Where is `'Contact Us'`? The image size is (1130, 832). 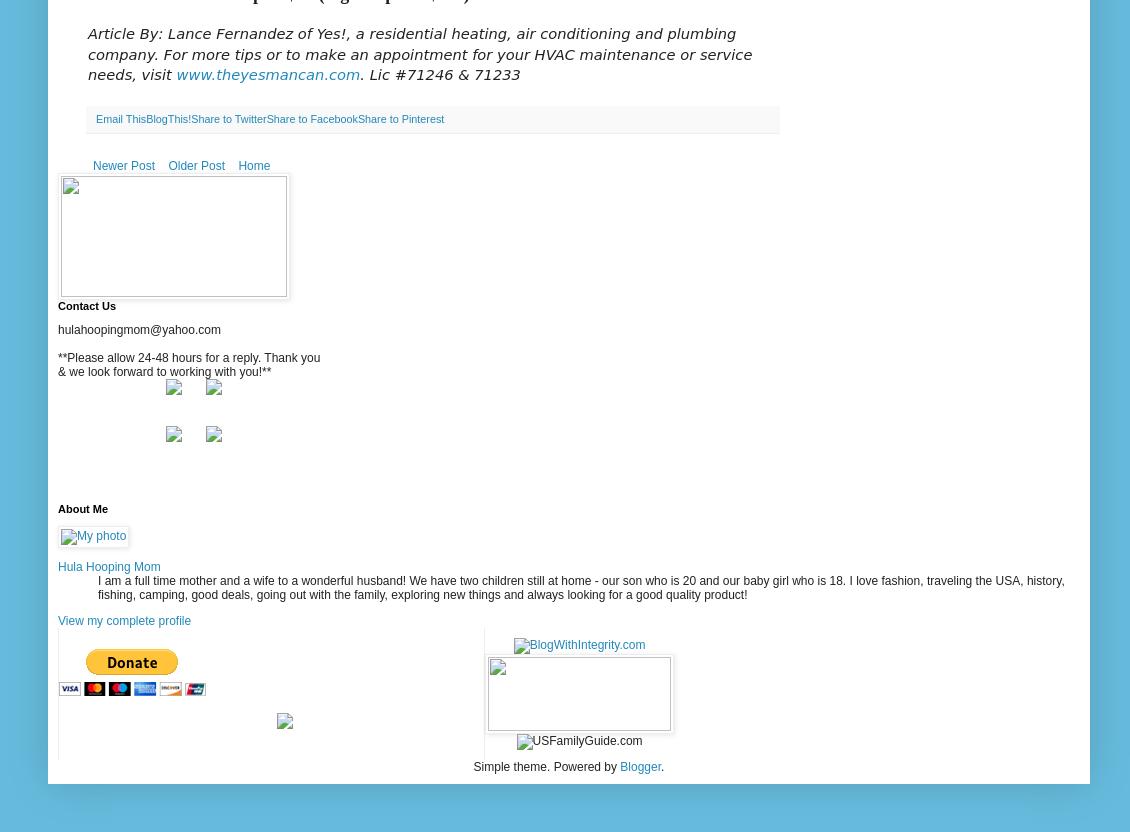
'Contact Us' is located at coordinates (87, 305).